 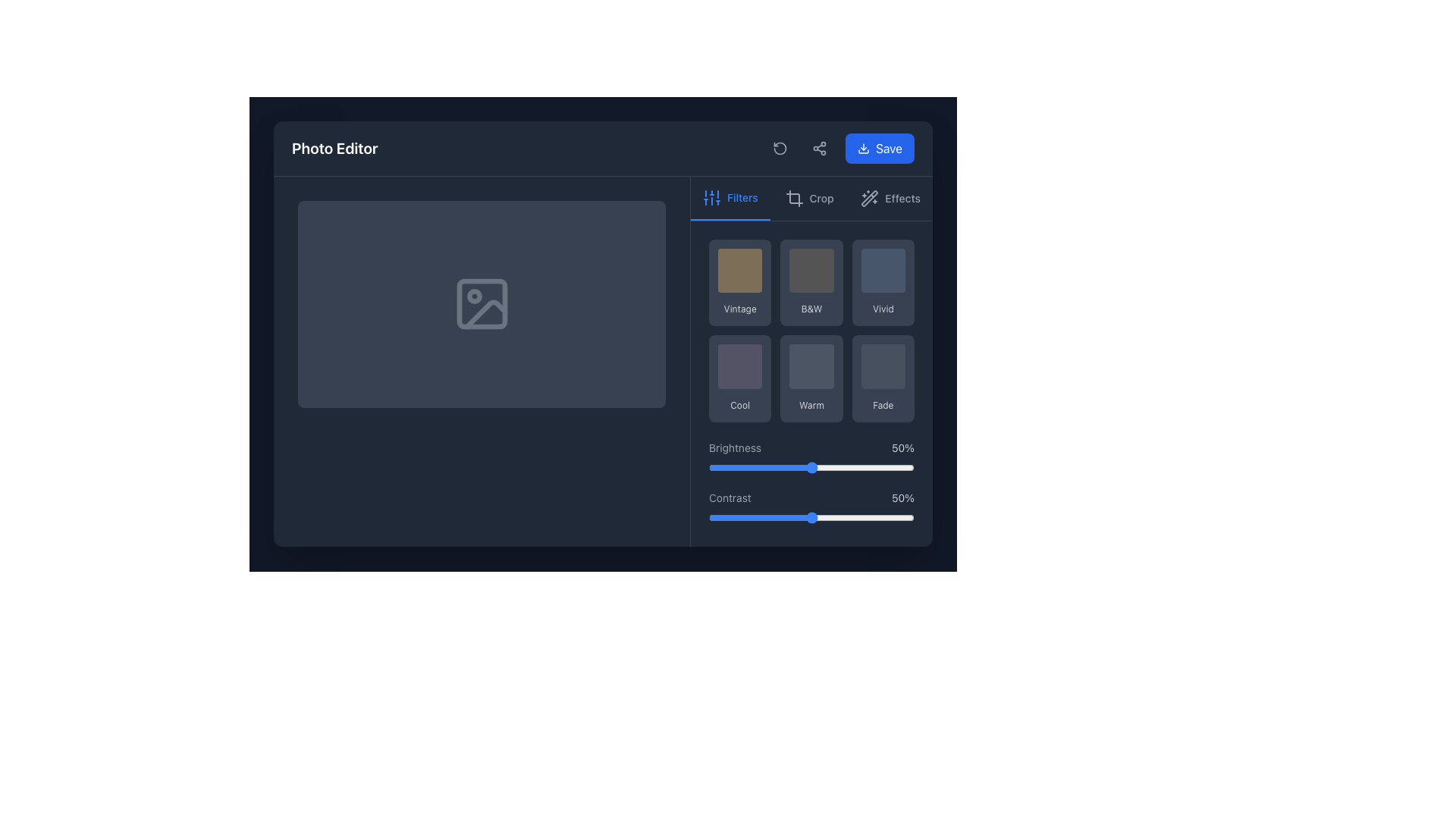 What do you see at coordinates (883, 378) in the screenshot?
I see `the 'Fade' button located in the 'Filters' section of the interface to apply the 'Fade' filter` at bounding box center [883, 378].